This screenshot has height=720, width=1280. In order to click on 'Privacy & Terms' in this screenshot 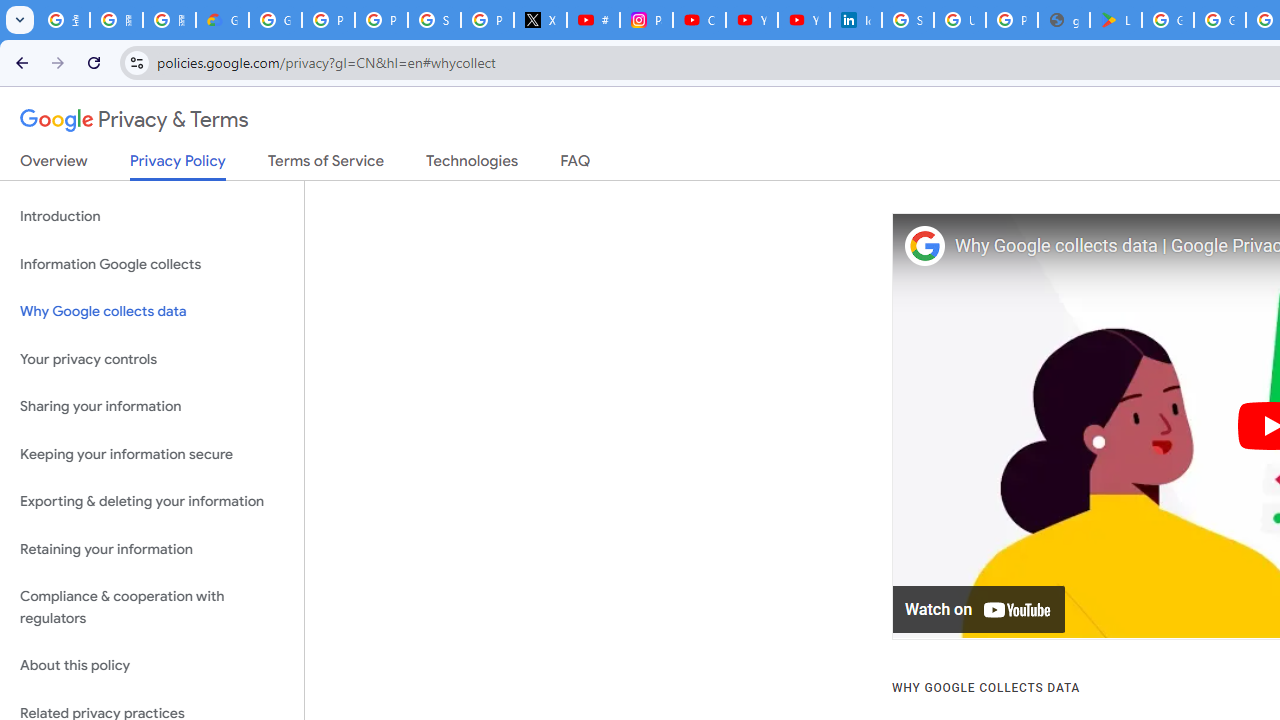, I will do `click(134, 120)`.